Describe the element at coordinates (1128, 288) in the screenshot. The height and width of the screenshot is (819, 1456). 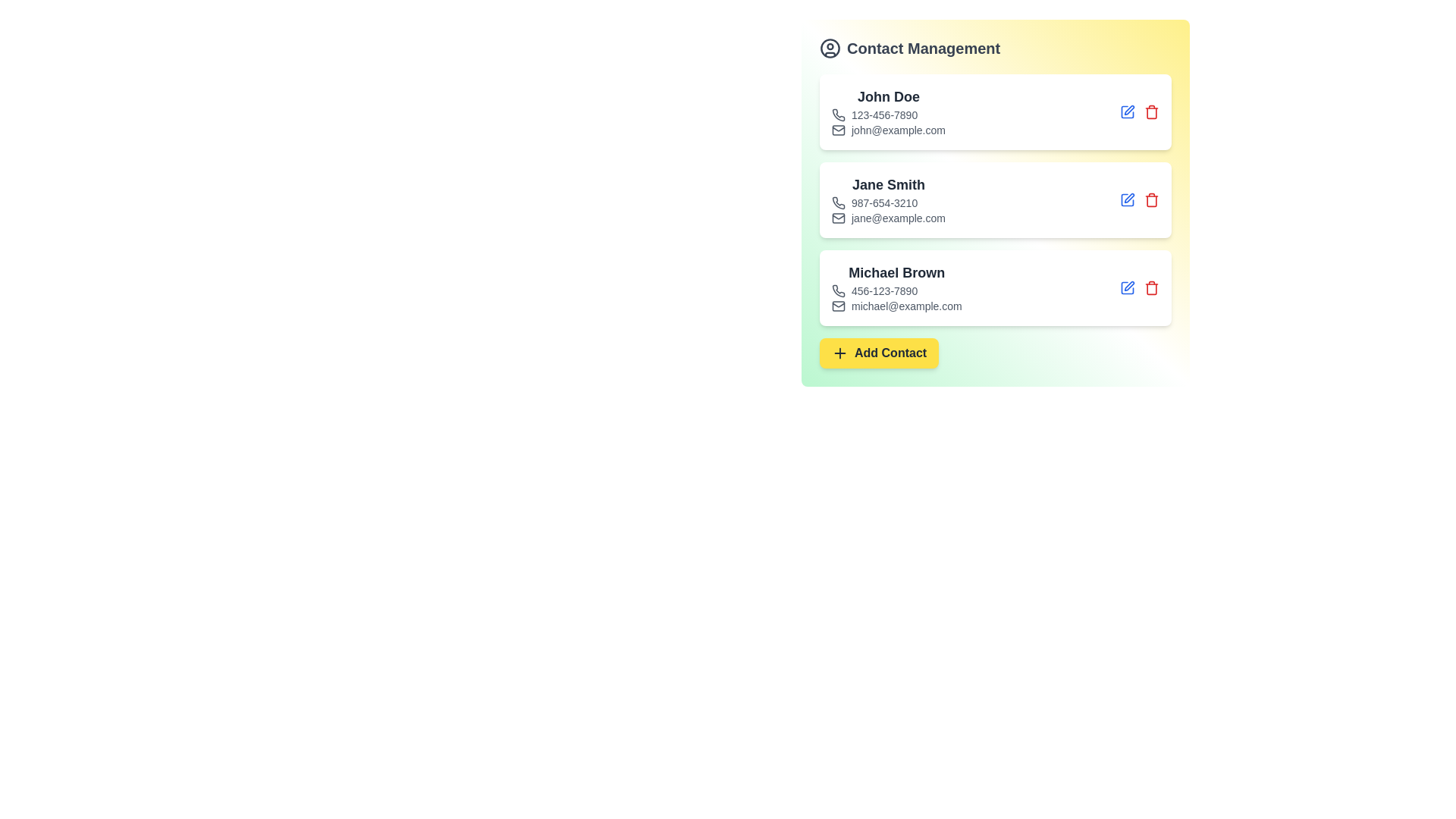
I see `the edit button for the contact with name Michael Brown` at that location.